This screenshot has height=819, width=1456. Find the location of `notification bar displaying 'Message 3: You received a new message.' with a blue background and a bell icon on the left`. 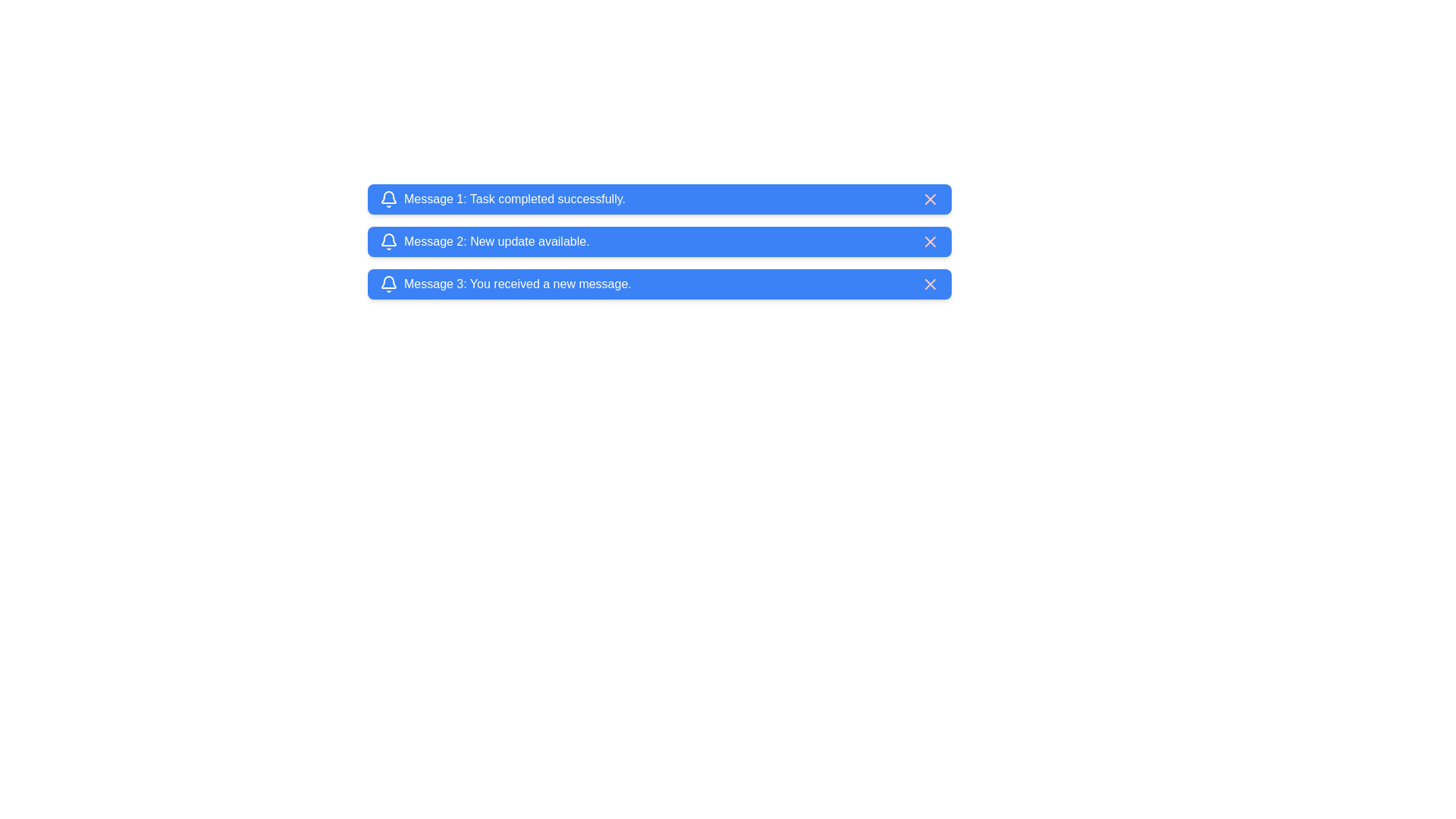

notification bar displaying 'Message 3: You received a new message.' with a blue background and a bell icon on the left is located at coordinates (505, 284).